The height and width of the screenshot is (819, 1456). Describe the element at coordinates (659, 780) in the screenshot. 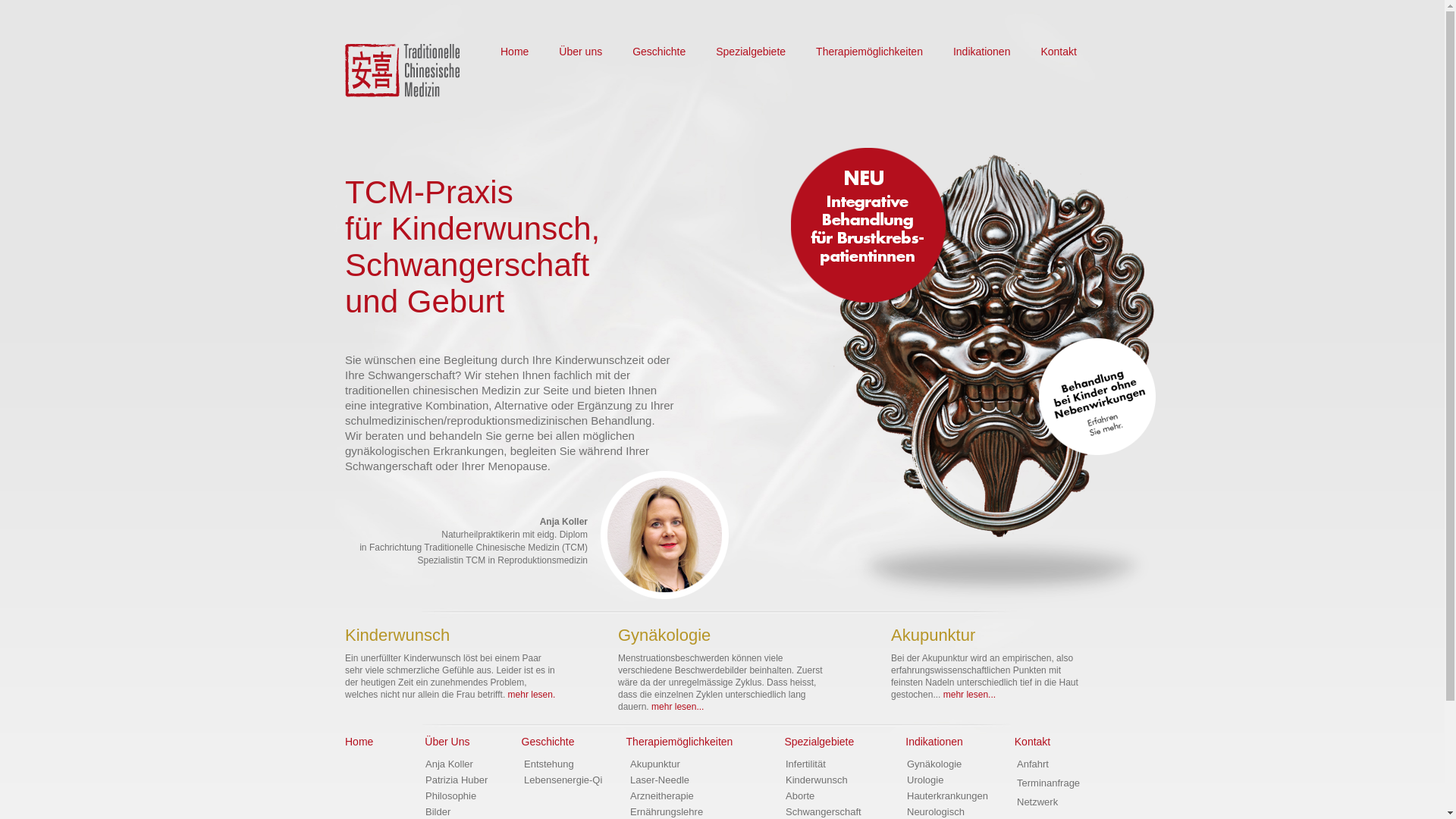

I see `'Laser-Needle'` at that location.